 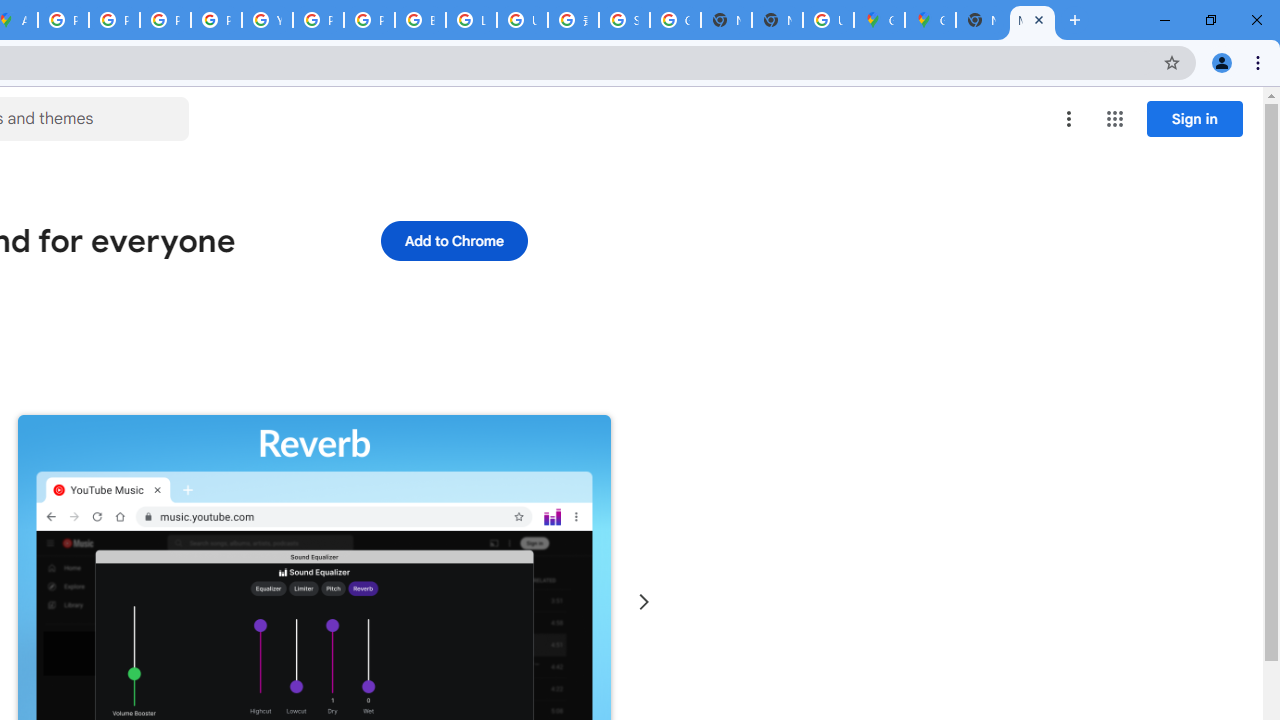 I want to click on 'Policy Accountability and Transparency - Transparency Center', so click(x=64, y=20).